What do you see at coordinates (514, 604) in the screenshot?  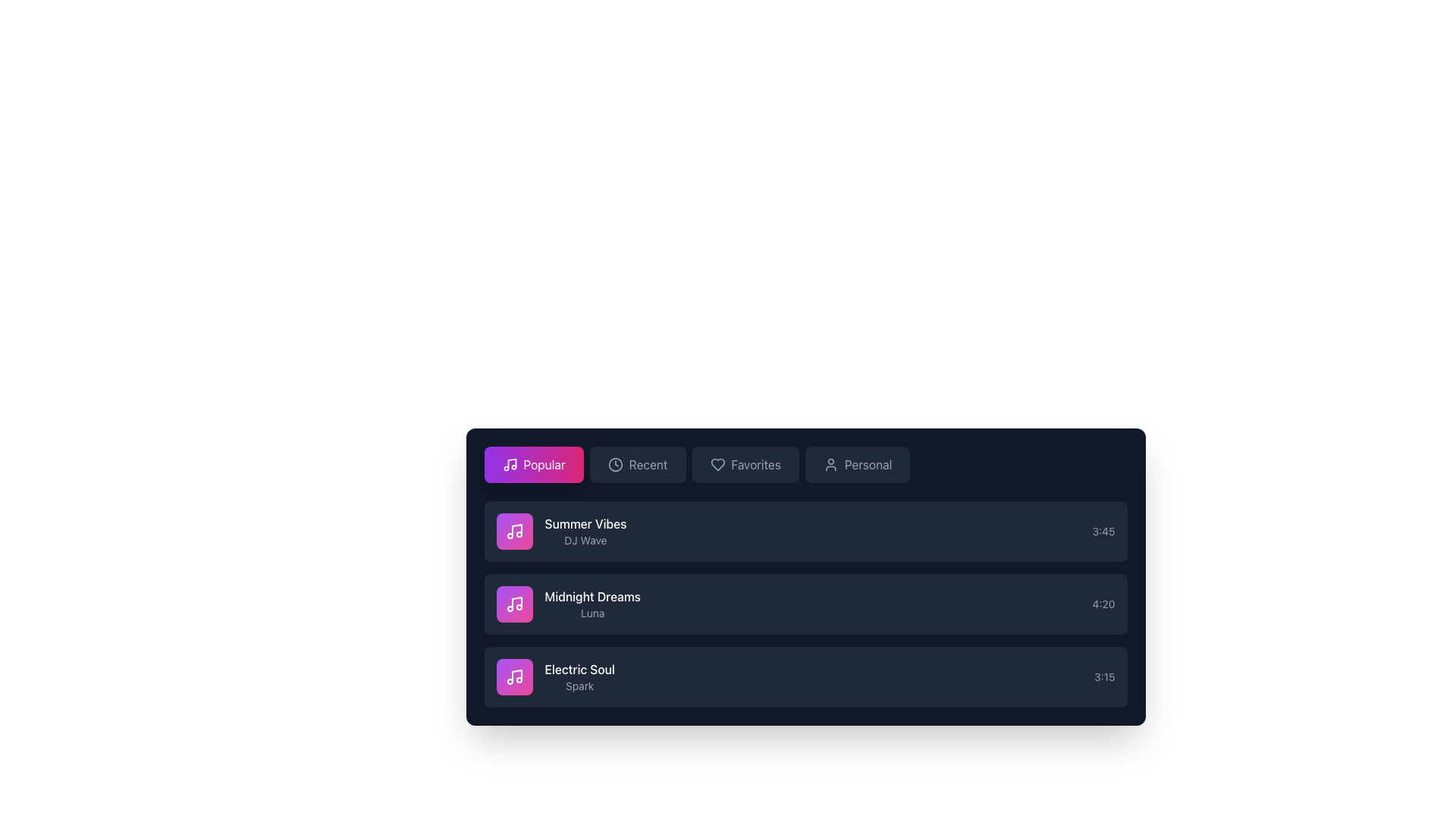 I see `the music-related button with a gradient background and a white music note icon to interact with the music track` at bounding box center [514, 604].